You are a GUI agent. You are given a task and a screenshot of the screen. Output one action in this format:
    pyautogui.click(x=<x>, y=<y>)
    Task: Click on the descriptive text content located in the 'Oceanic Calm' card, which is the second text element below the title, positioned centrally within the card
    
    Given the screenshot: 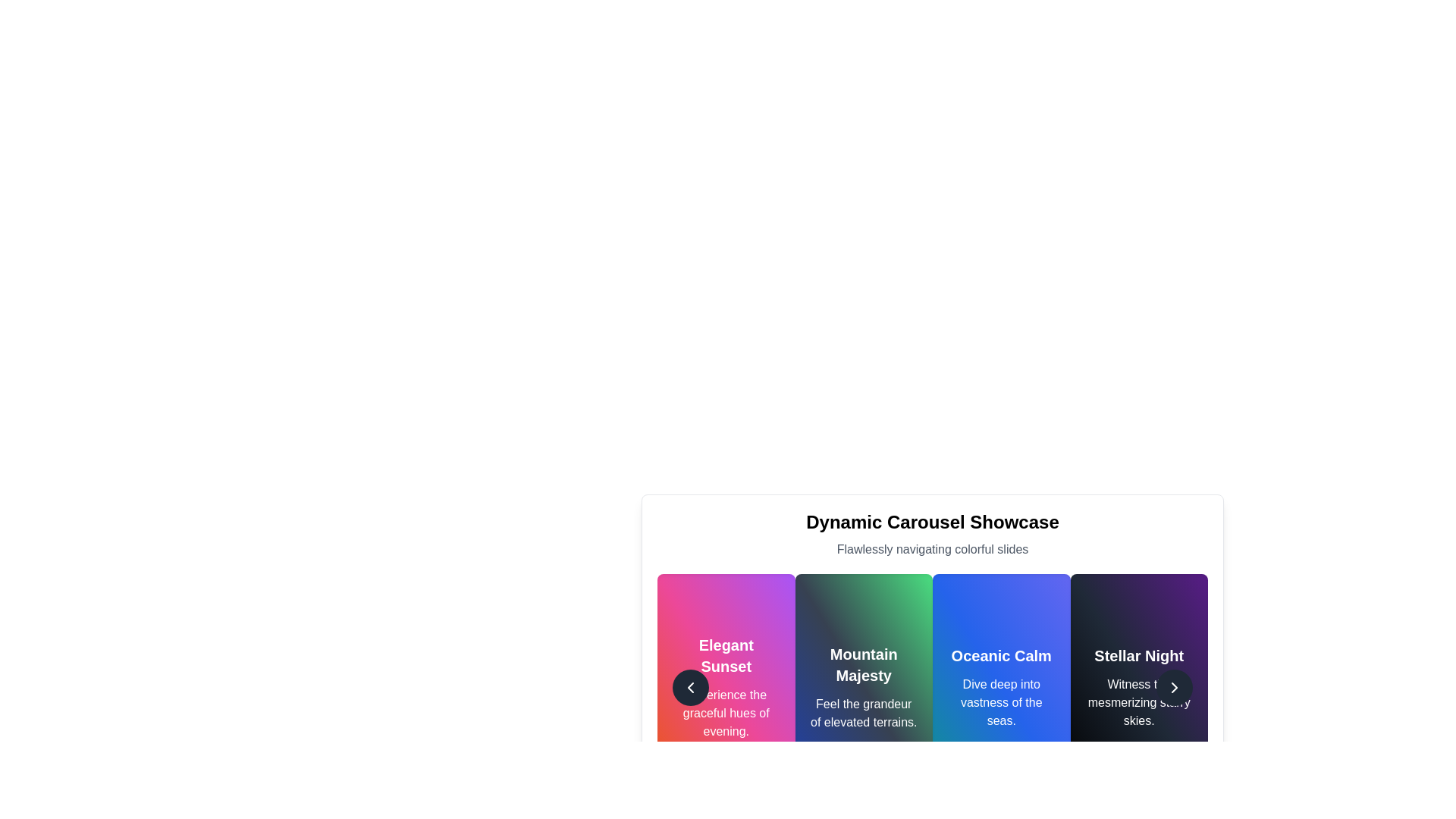 What is the action you would take?
    pyautogui.click(x=1001, y=702)
    